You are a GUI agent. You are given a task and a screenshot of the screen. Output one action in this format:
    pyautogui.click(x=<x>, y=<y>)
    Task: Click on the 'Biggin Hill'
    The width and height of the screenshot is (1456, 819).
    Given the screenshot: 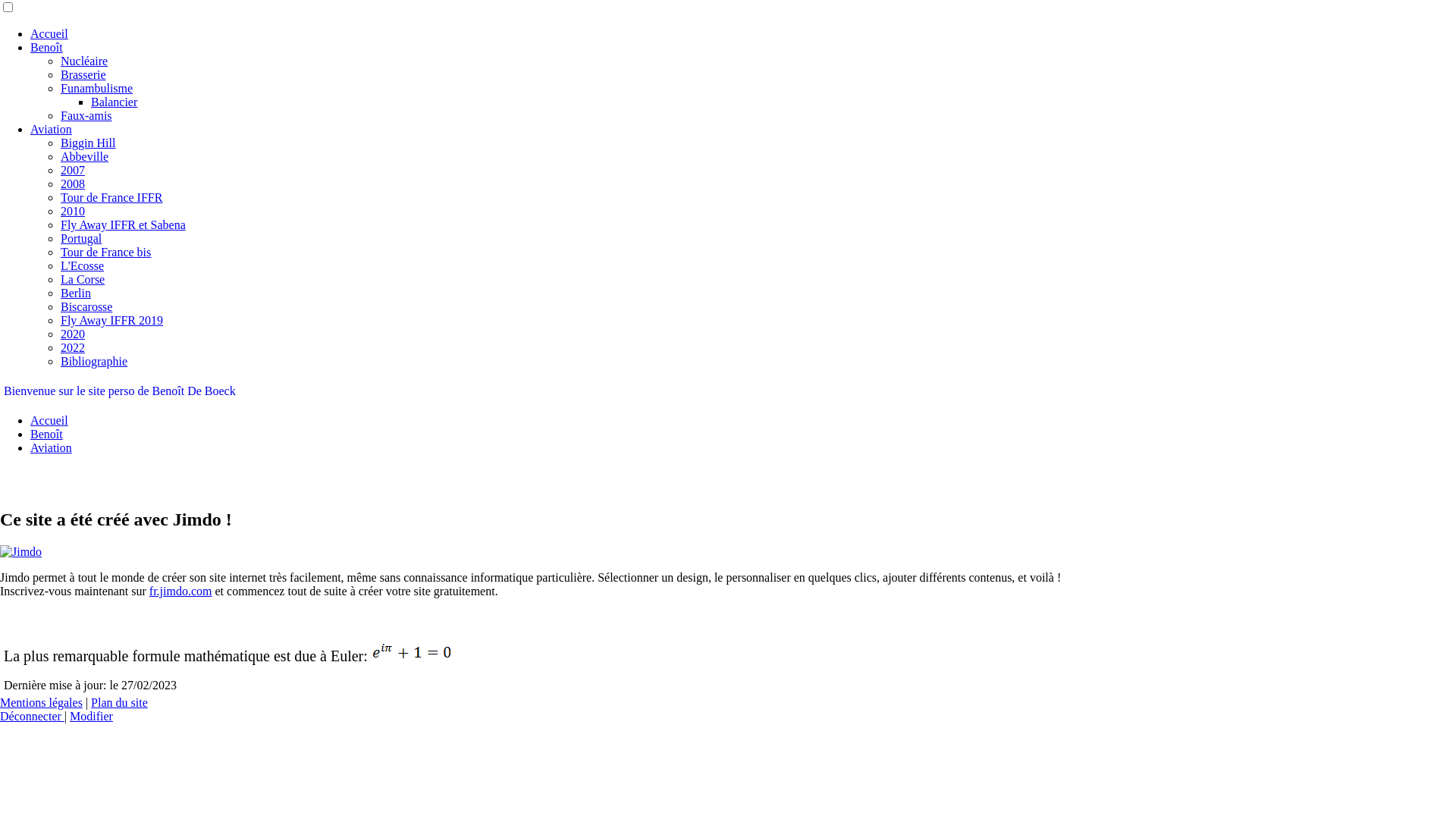 What is the action you would take?
    pyautogui.click(x=86, y=143)
    